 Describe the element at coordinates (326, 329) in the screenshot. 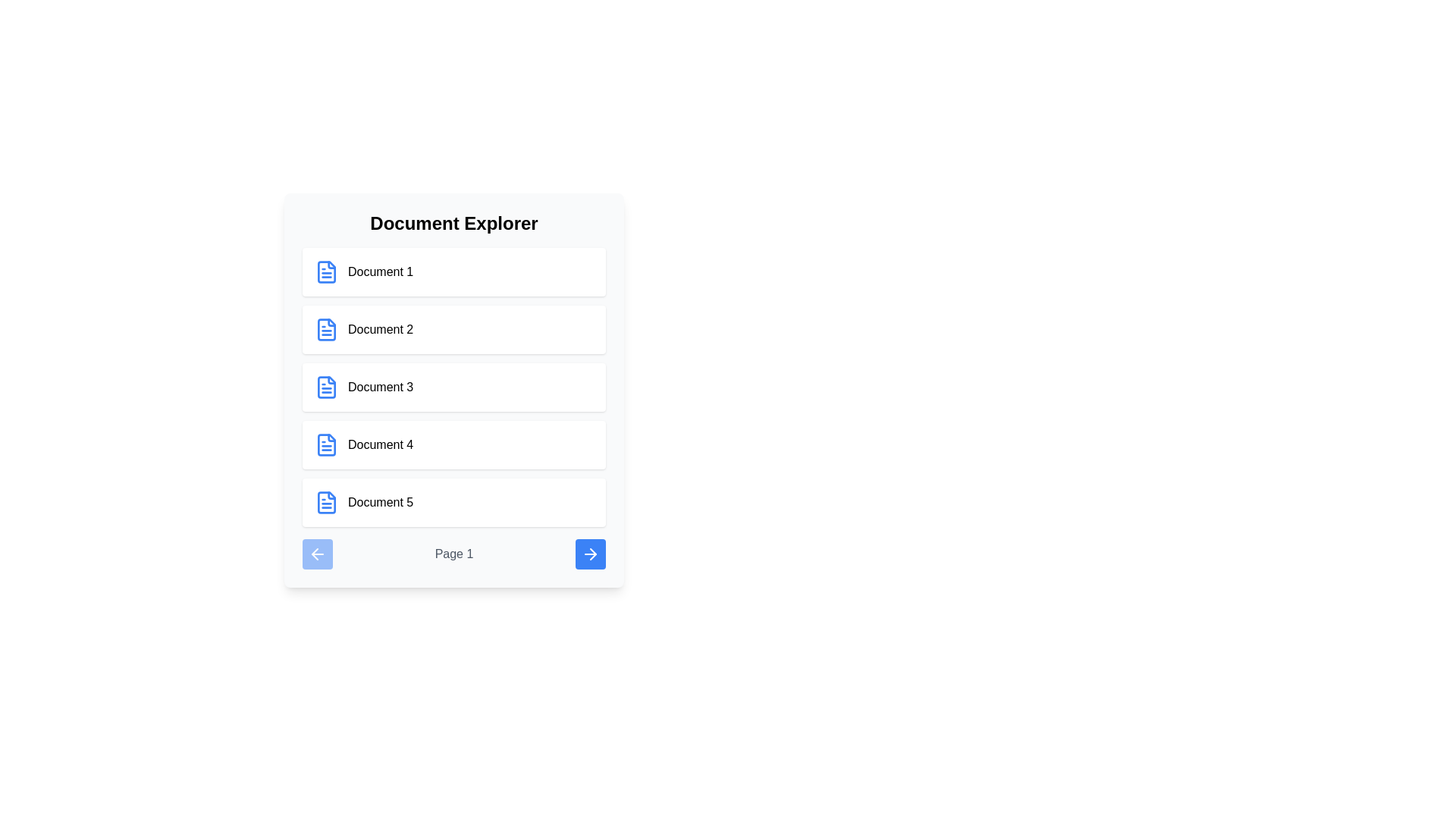

I see `the document icon, which is a blue linear outline styled graphic representing a document, located to the left of the text 'Document 2' within the second list item` at that location.